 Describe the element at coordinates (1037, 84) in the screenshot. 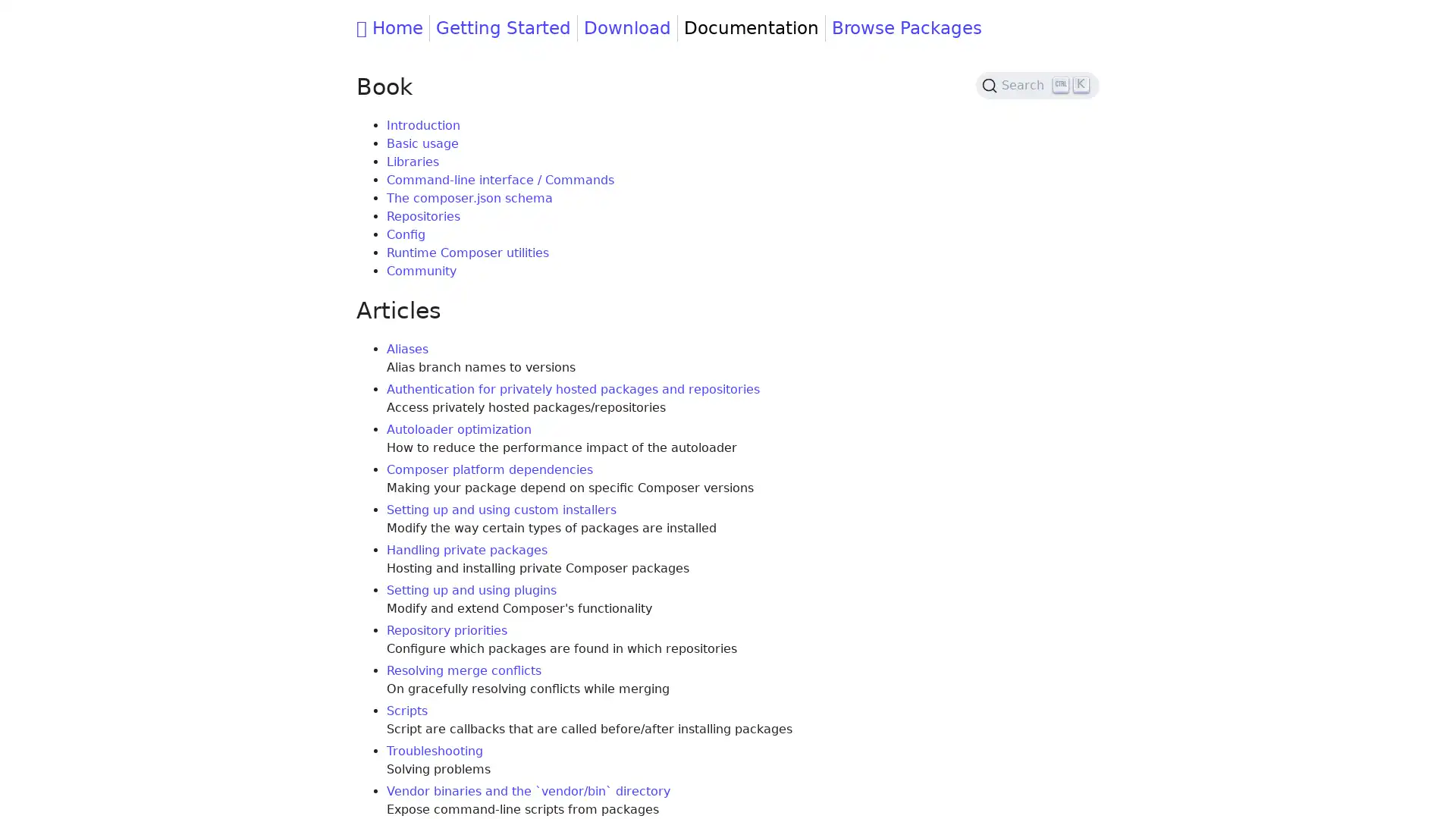

I see `Search` at that location.